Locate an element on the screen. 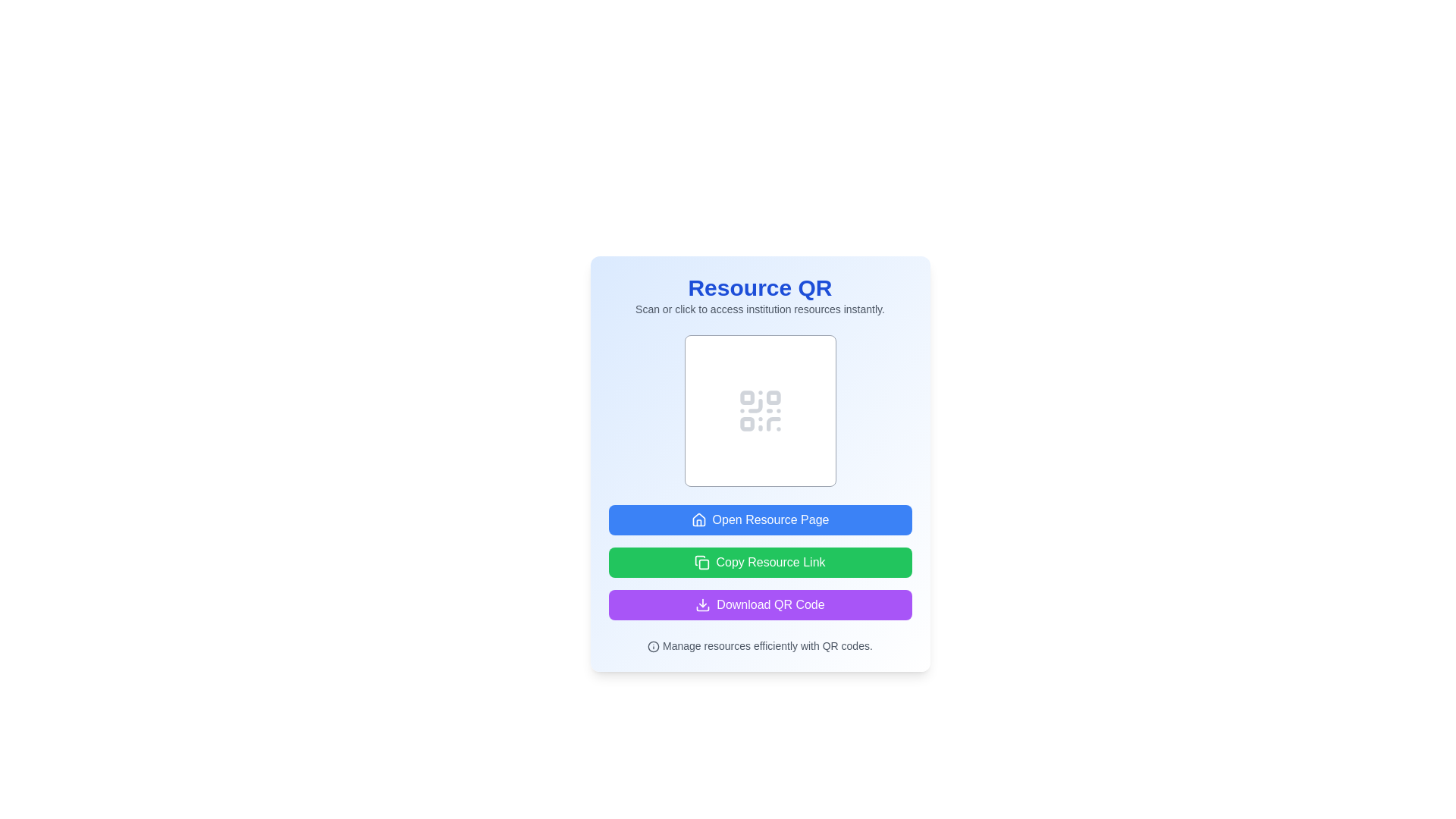 This screenshot has height=819, width=1456. text content of the 'Download QR Code' text label, which is styled in white on a purple background and is part of a button beneath the 'Copy Resource Link' button is located at coordinates (770, 604).